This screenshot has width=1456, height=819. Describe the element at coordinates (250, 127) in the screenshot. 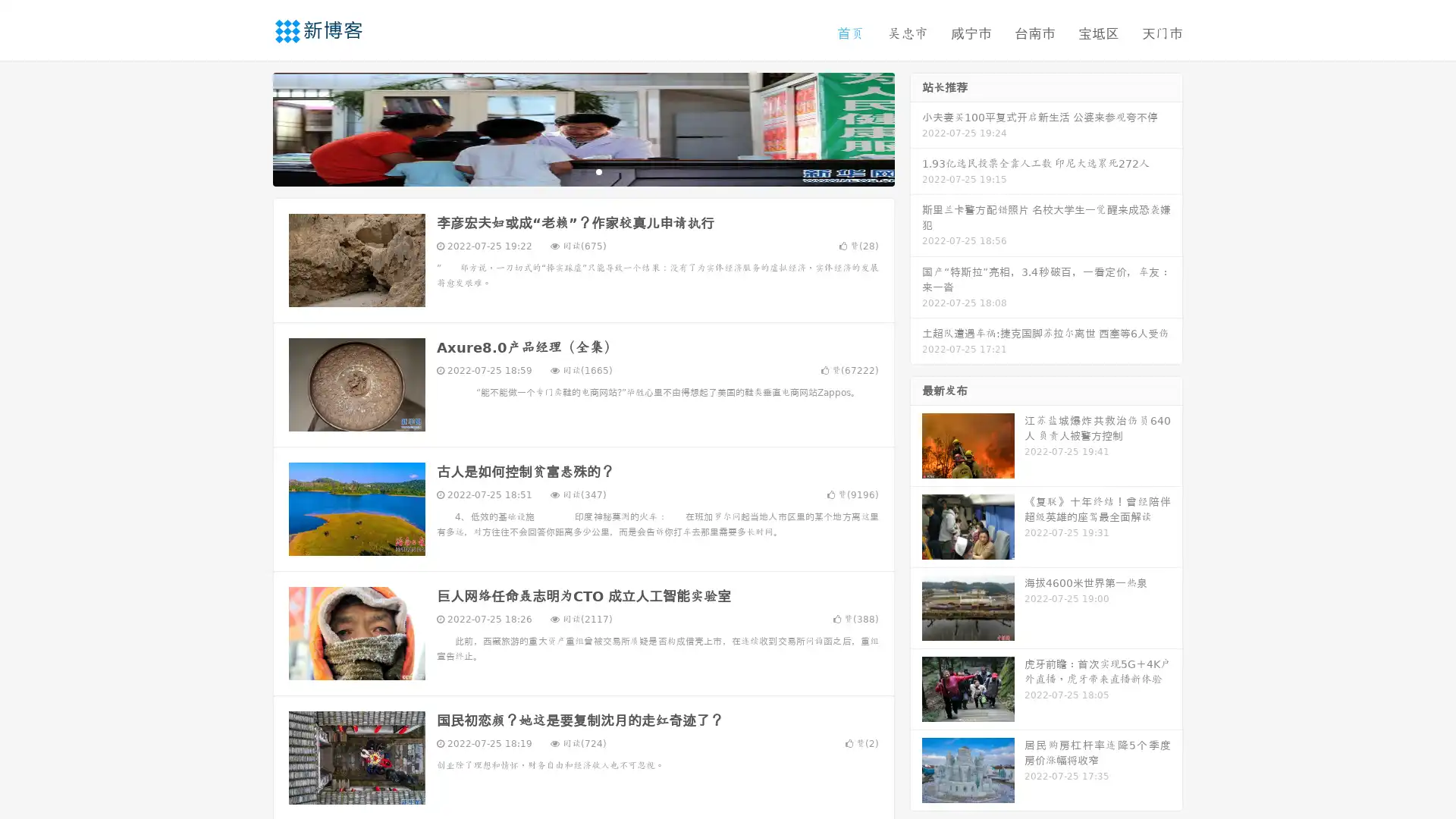

I see `Previous slide` at that location.